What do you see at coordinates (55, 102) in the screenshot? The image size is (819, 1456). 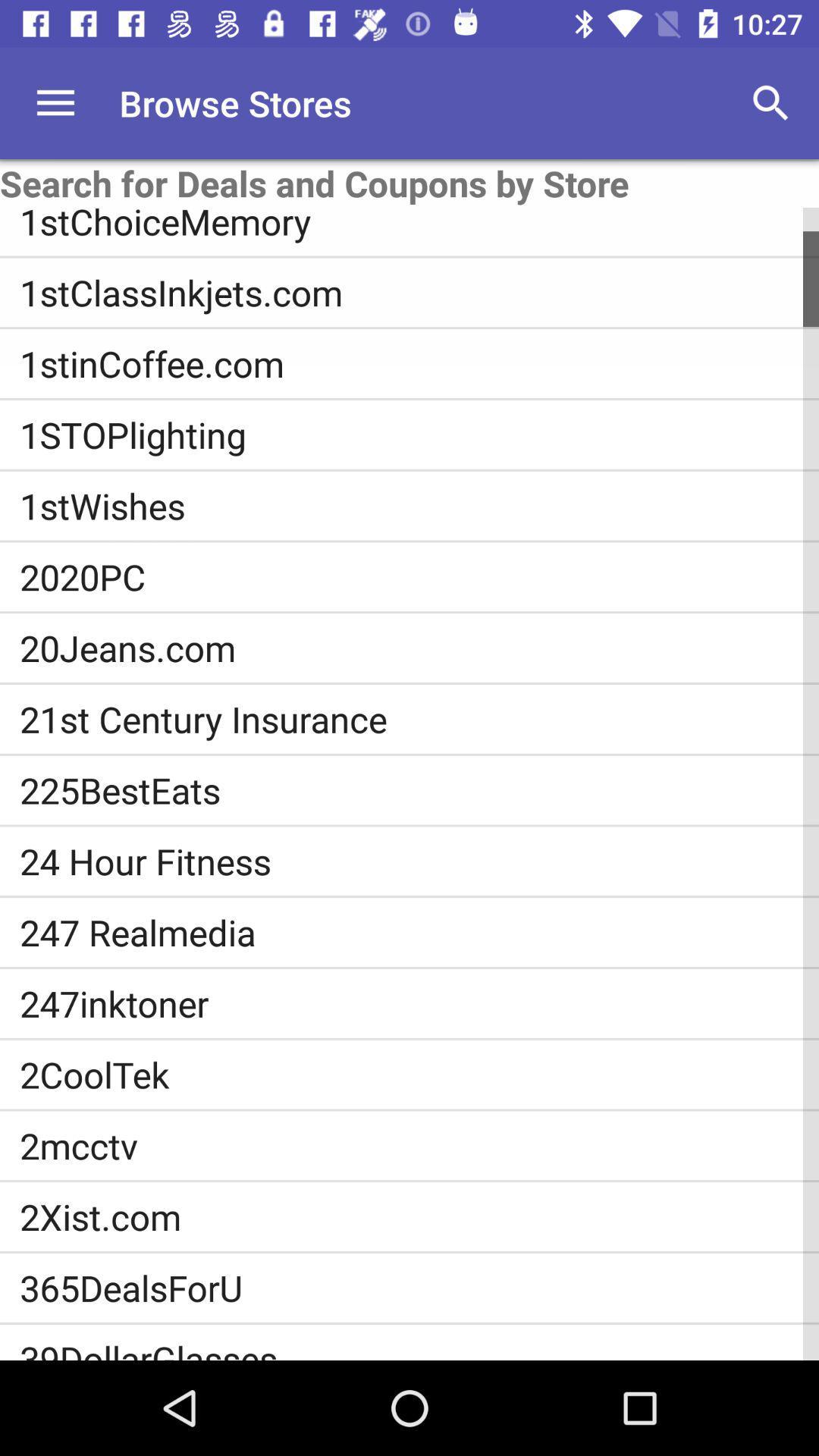 I see `browsestores` at bounding box center [55, 102].